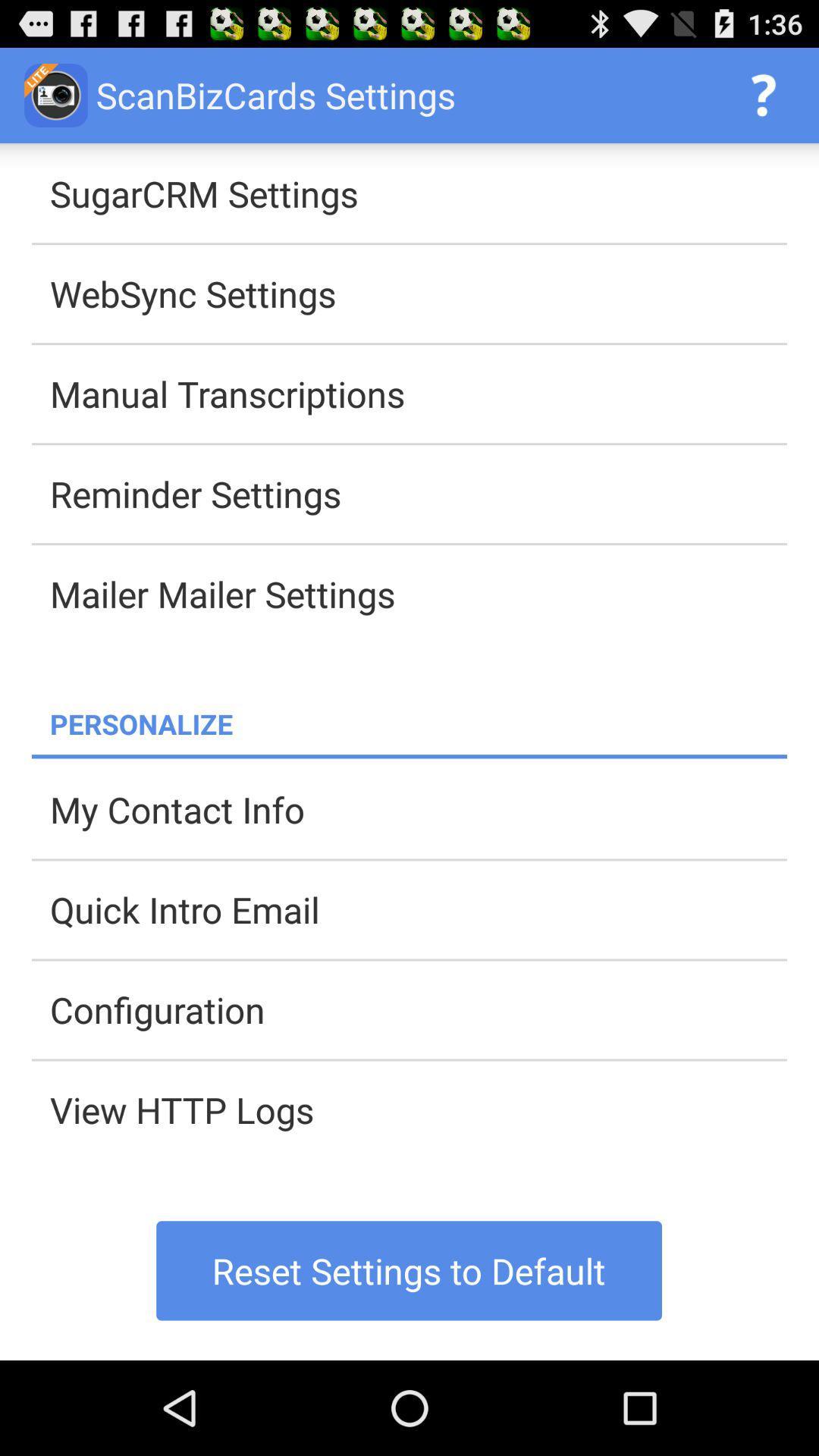 This screenshot has width=819, height=1456. What do you see at coordinates (418, 723) in the screenshot?
I see `the personalize app` at bounding box center [418, 723].